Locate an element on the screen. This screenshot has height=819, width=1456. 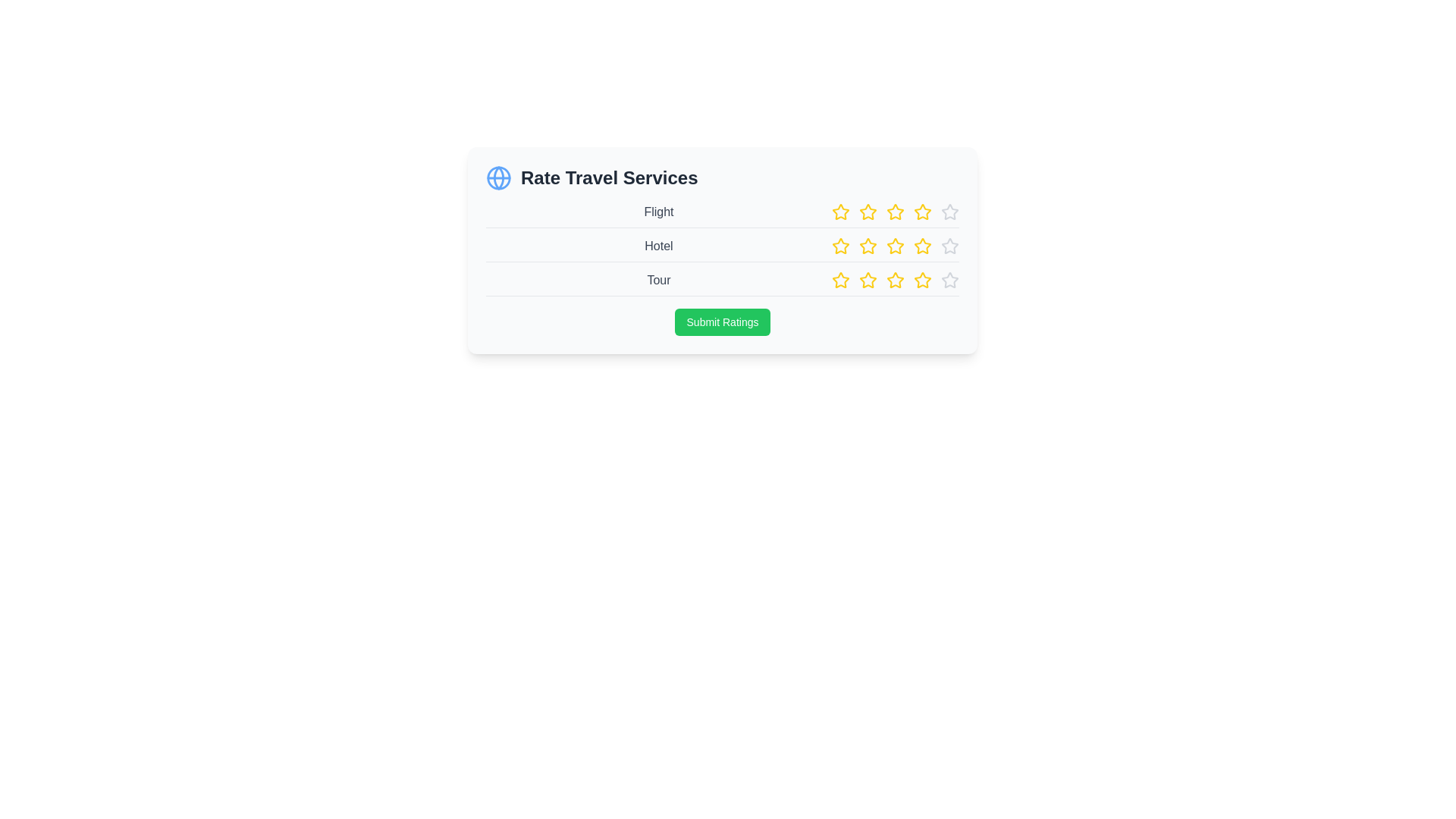
across the fourth yellow star icon in the 'Tour' rating row is located at coordinates (922, 280).